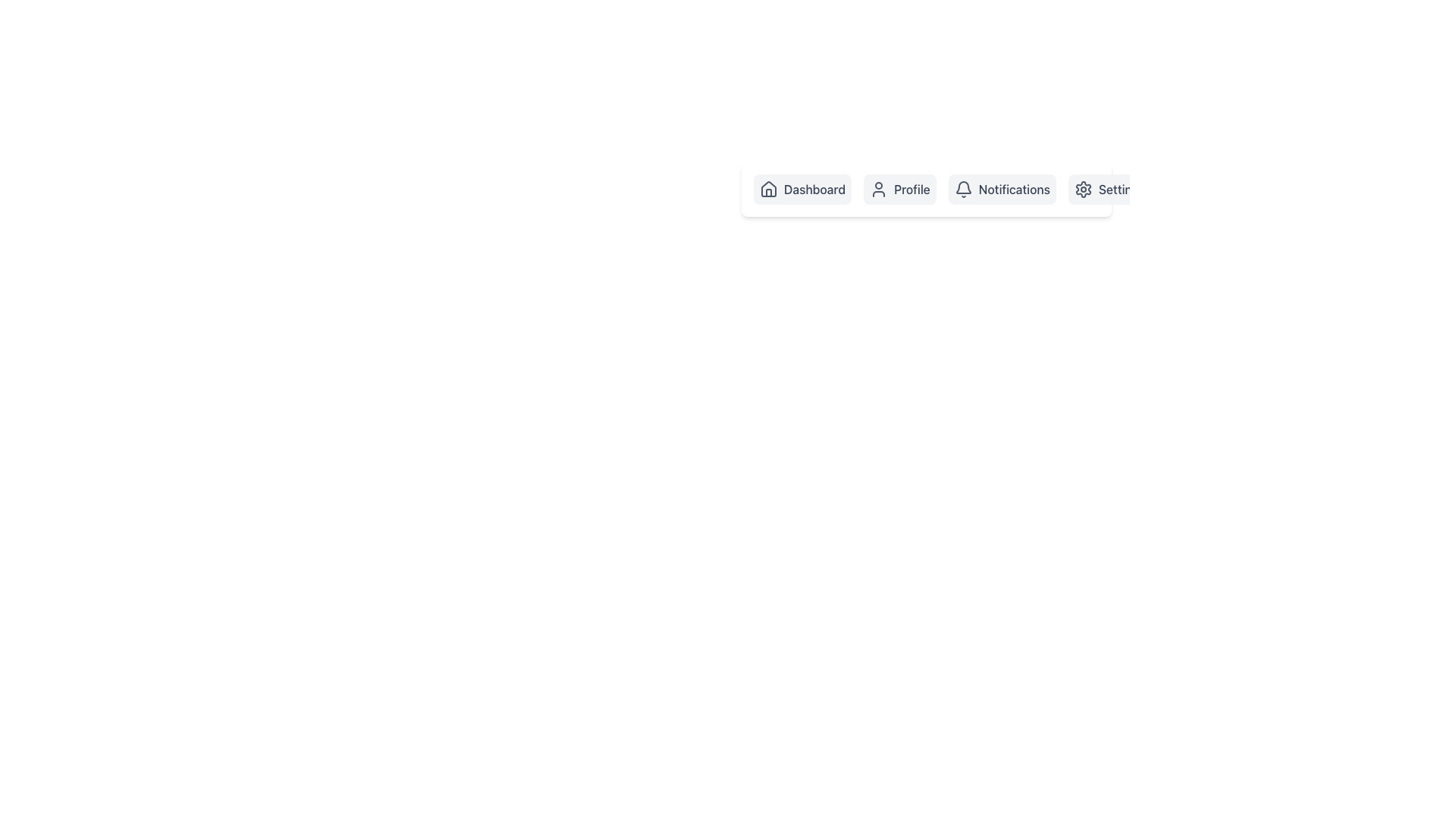  What do you see at coordinates (911, 189) in the screenshot?
I see `the profile link text label located in the horizontal navigation bar, positioned to the right of the 'Dashboard' button and left of 'Notifications'` at bounding box center [911, 189].